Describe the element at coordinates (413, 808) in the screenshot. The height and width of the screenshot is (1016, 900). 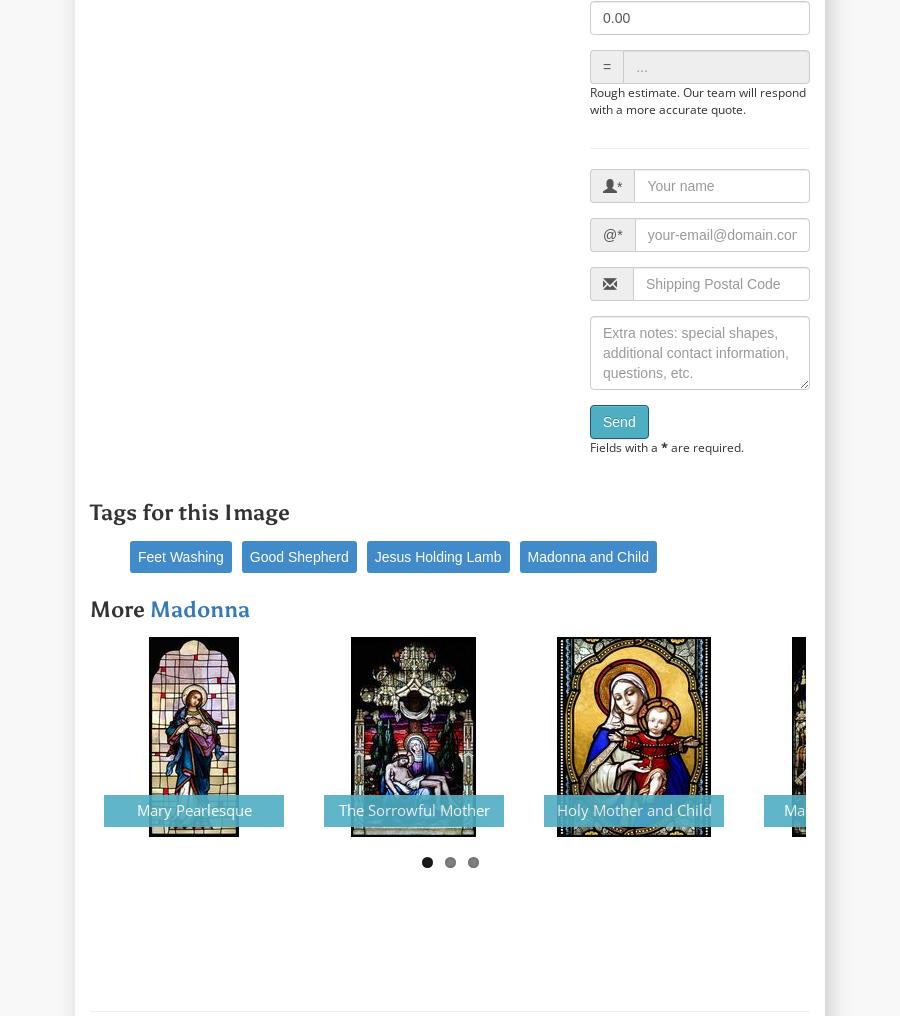
I see `'The Sorrowful Mother'` at that location.